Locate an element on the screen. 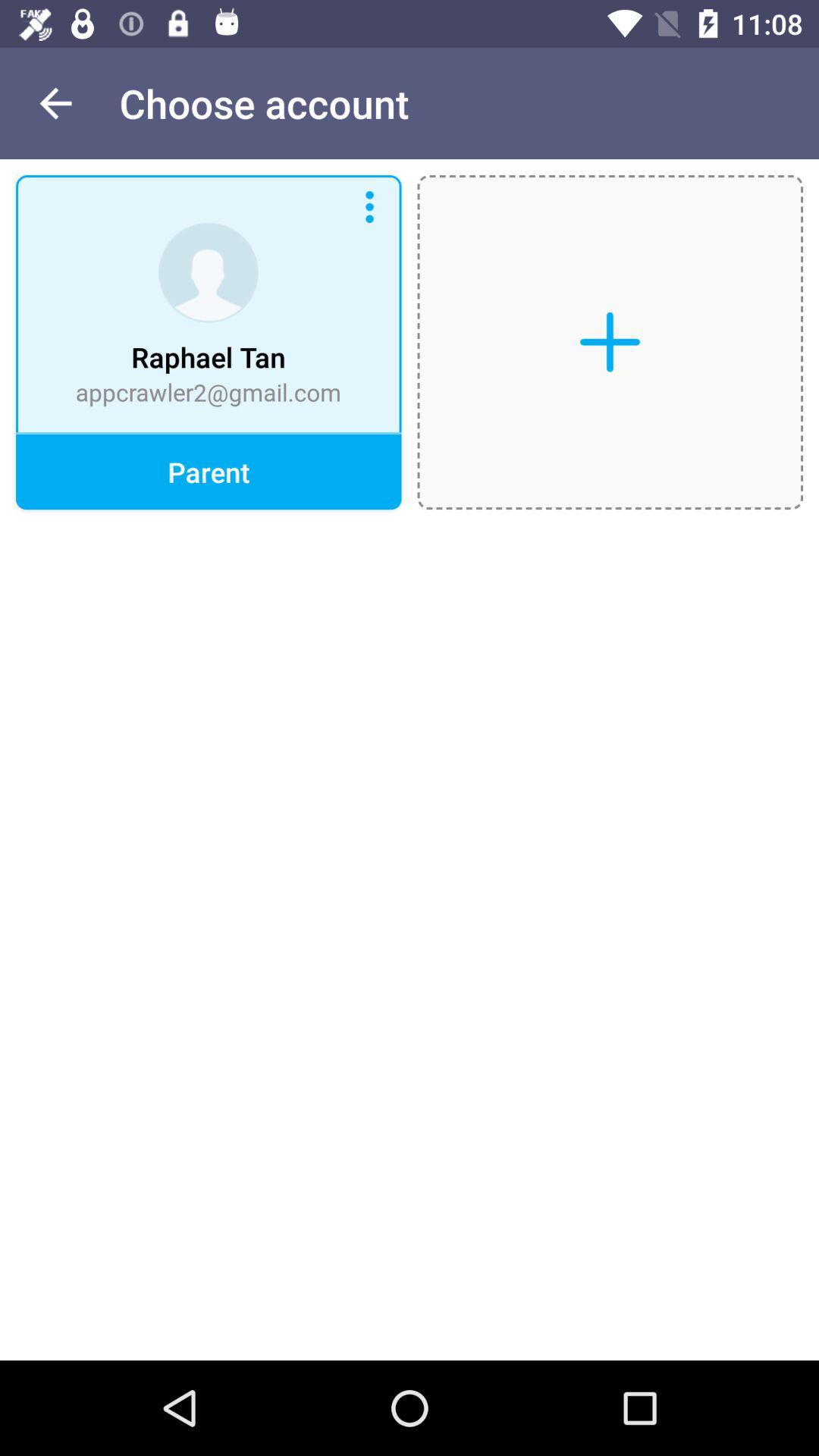 This screenshot has height=1456, width=819. the icon above appcrawler2@gmail.com item is located at coordinates (55, 102).